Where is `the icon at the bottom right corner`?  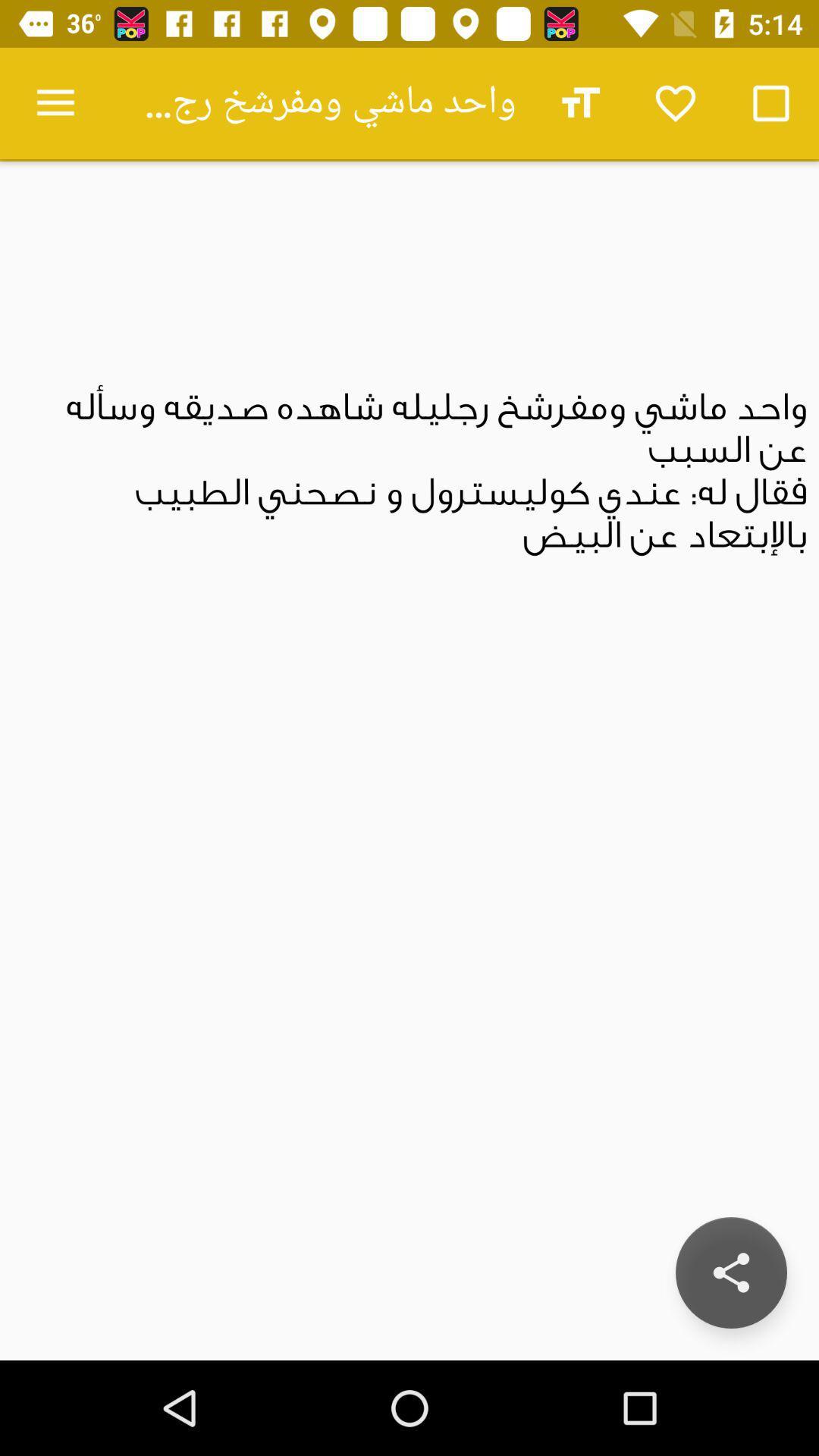
the icon at the bottom right corner is located at coordinates (730, 1272).